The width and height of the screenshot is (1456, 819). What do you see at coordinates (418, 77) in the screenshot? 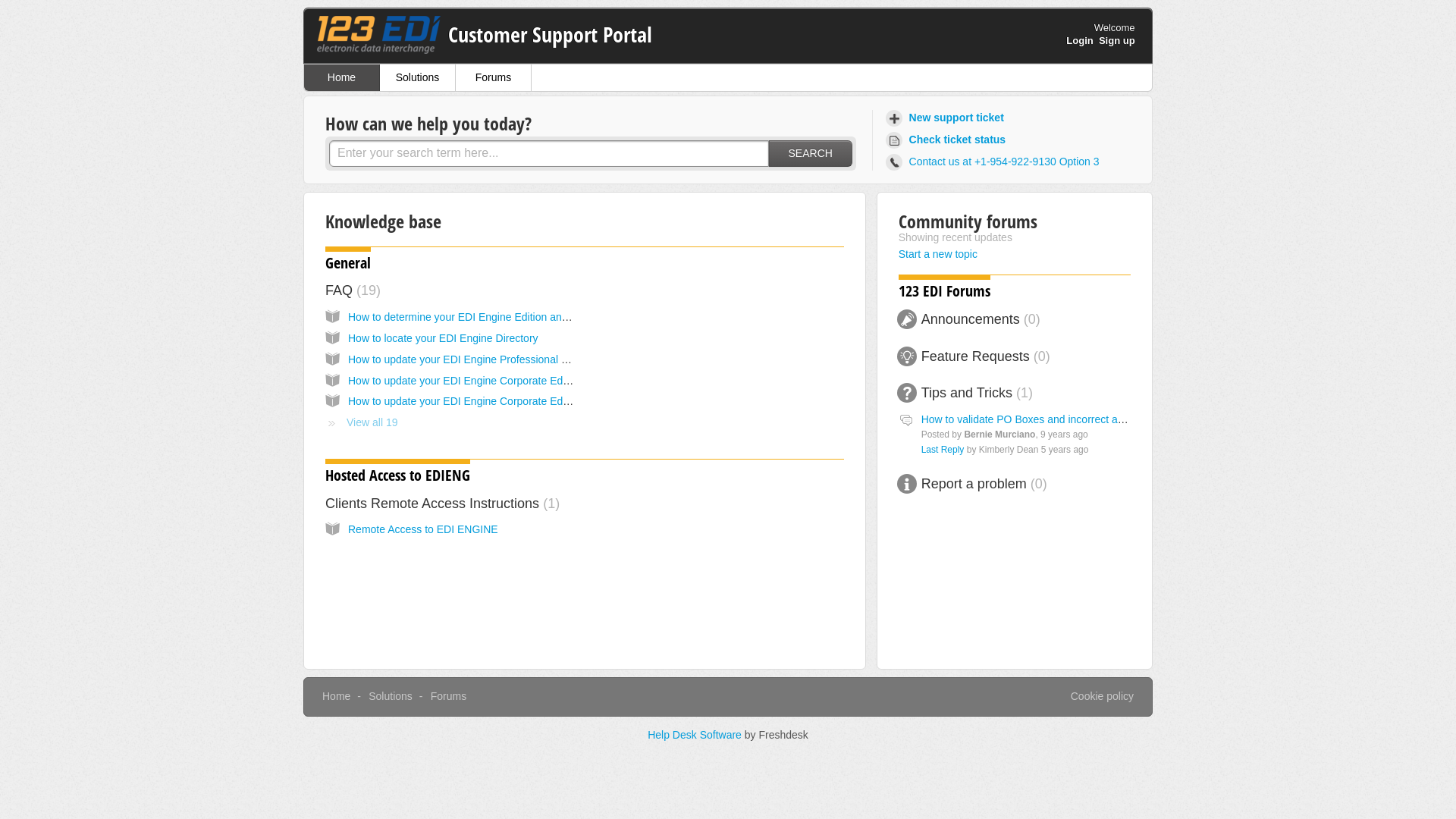
I see `'Solutions'` at bounding box center [418, 77].